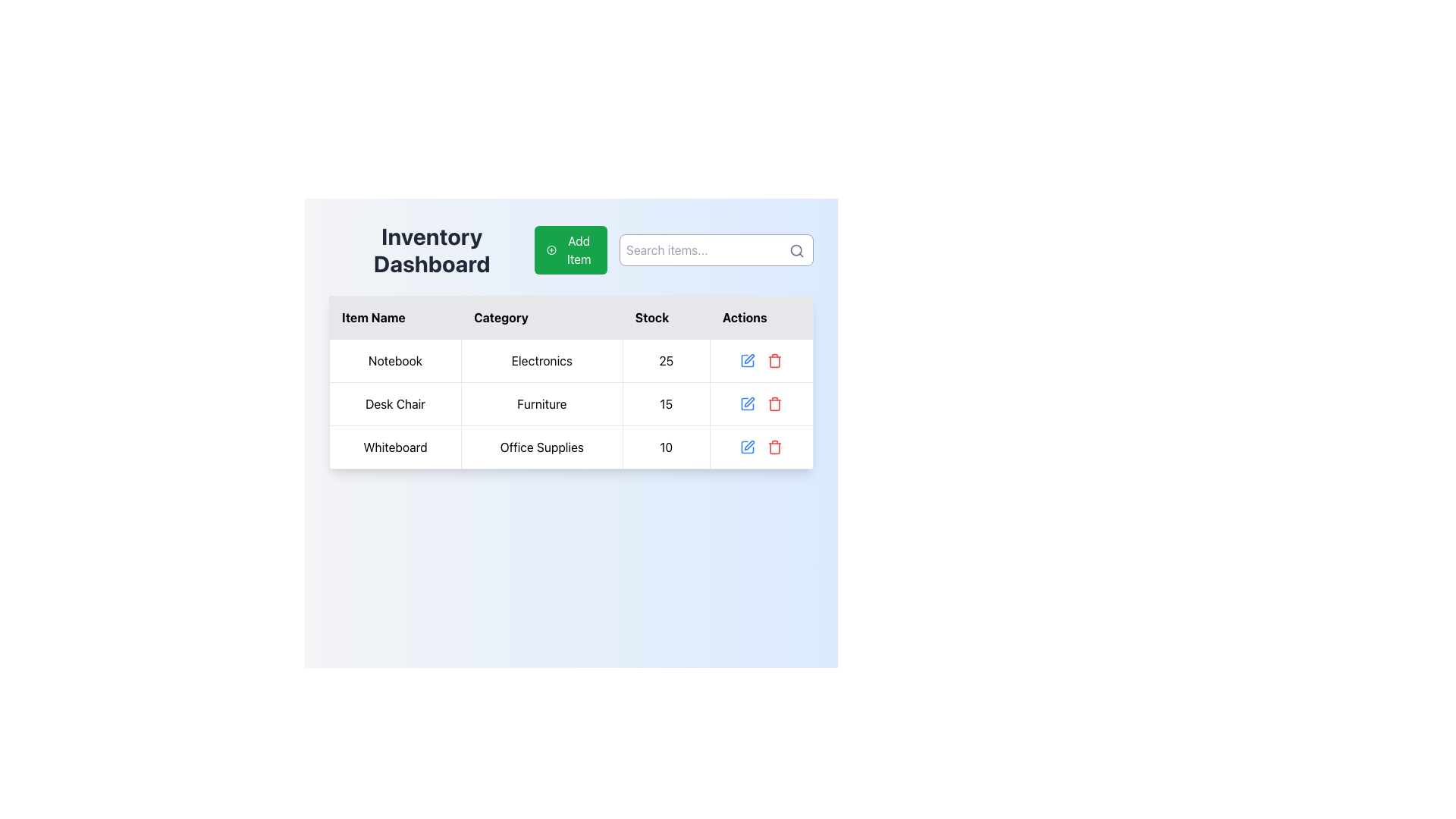 Image resolution: width=1456 pixels, height=819 pixels. Describe the element at coordinates (541, 360) in the screenshot. I see `the text label displaying 'Electronics' in the second column of the first row of the data table` at that location.